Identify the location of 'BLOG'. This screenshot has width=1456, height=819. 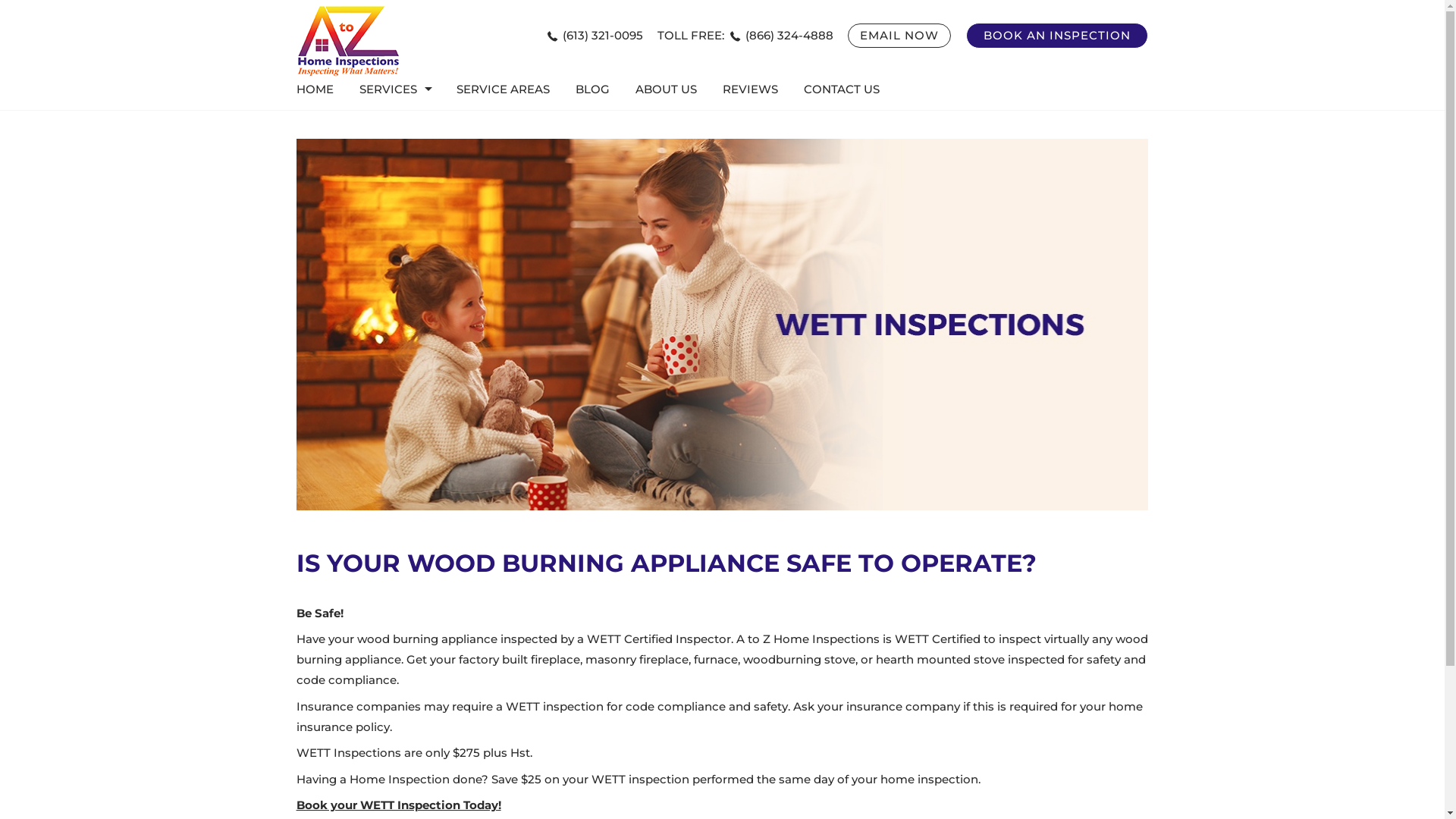
(562, 89).